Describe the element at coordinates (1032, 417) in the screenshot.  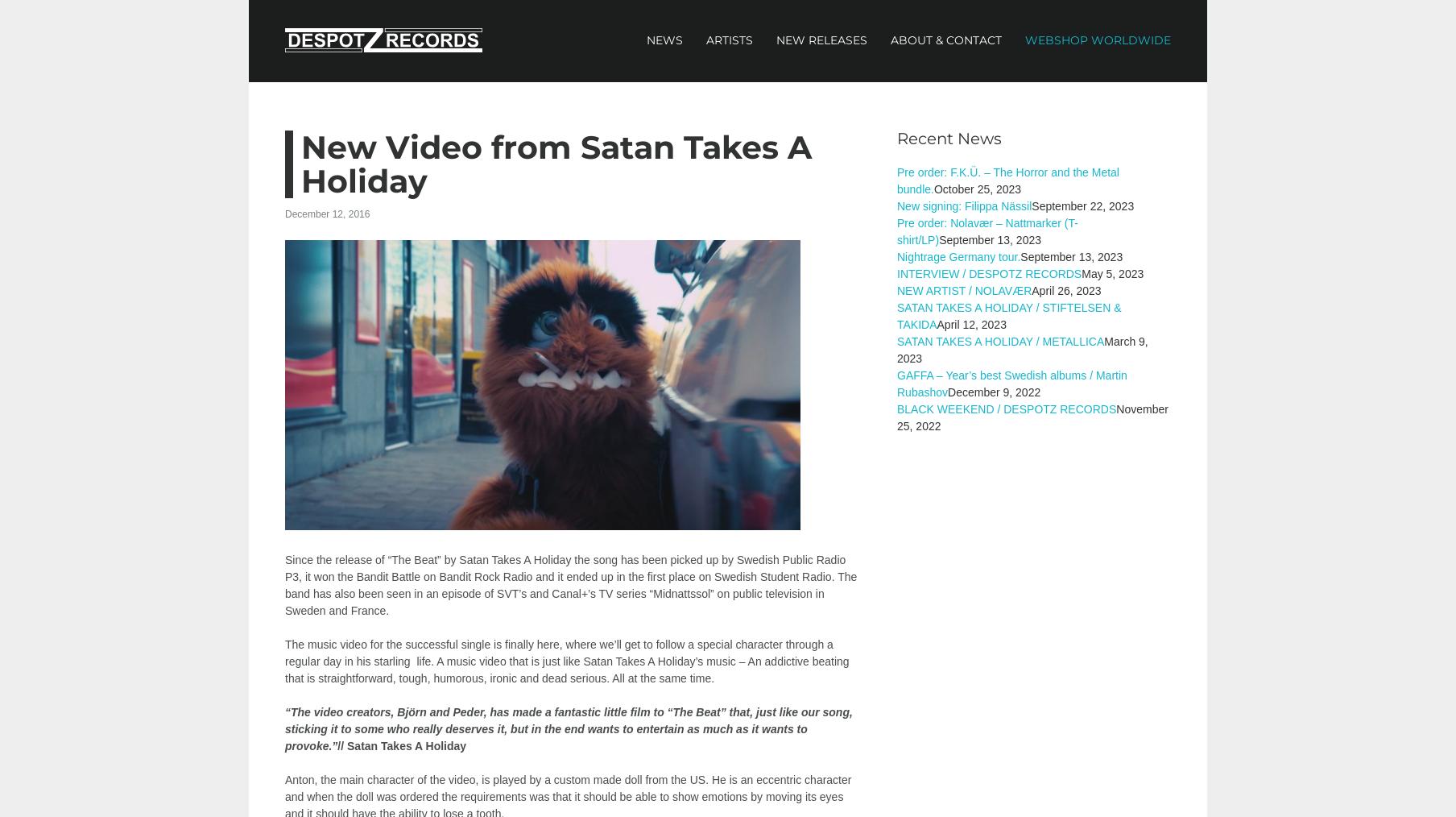
I see `'November 25, 2022'` at that location.